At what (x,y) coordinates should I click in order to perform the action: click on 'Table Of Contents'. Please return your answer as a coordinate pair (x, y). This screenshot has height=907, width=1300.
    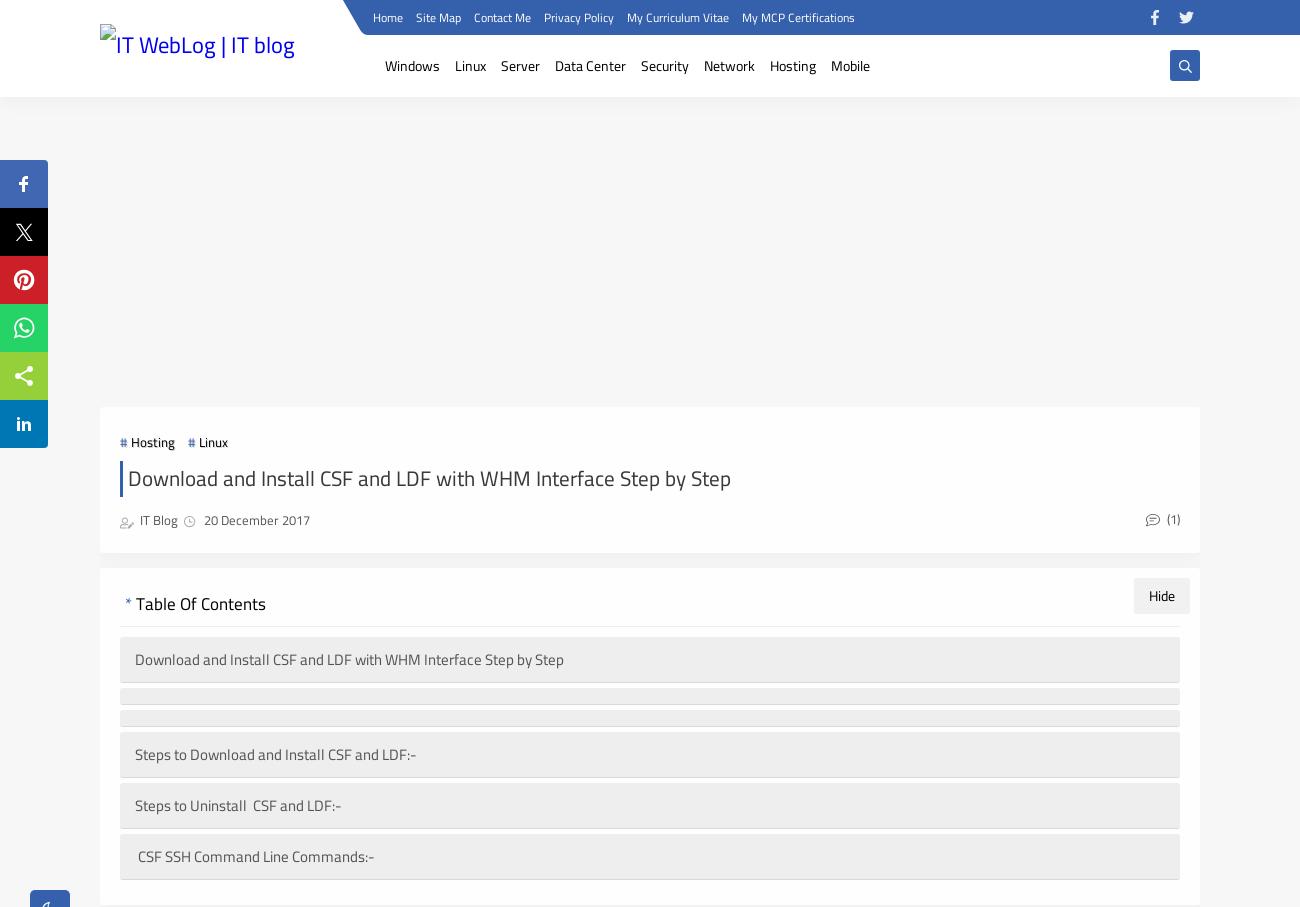
    Looking at the image, I should click on (134, 602).